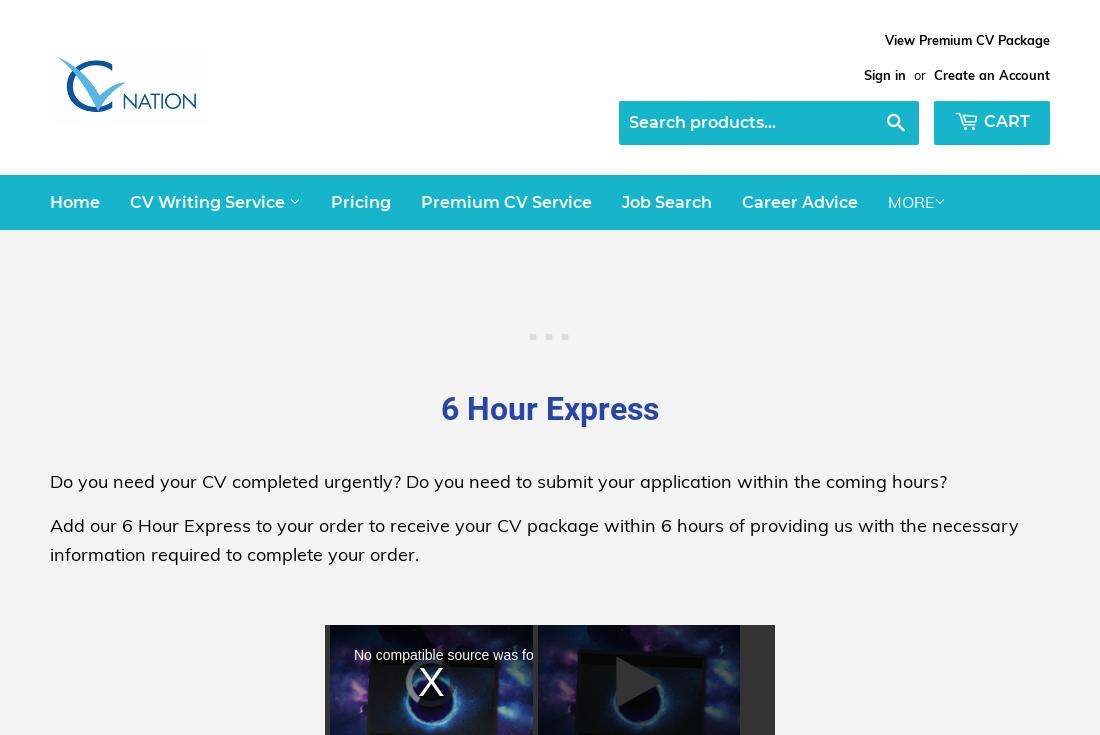 This screenshot has width=1100, height=735. What do you see at coordinates (911, 201) in the screenshot?
I see `'More'` at bounding box center [911, 201].